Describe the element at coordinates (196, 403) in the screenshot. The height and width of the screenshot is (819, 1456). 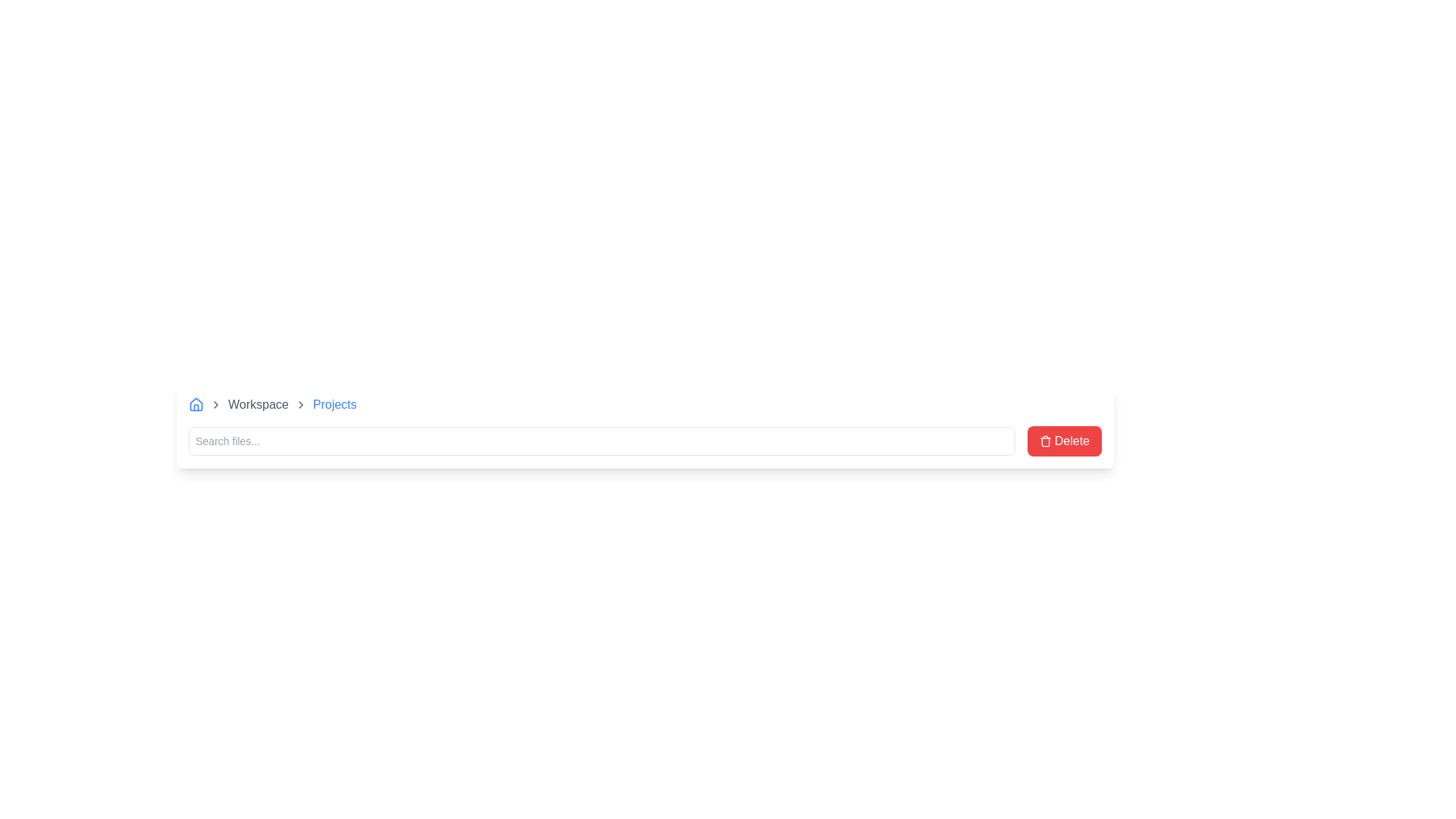
I see `the house icon with a blue outline and white background in the top-left navigation section` at that location.